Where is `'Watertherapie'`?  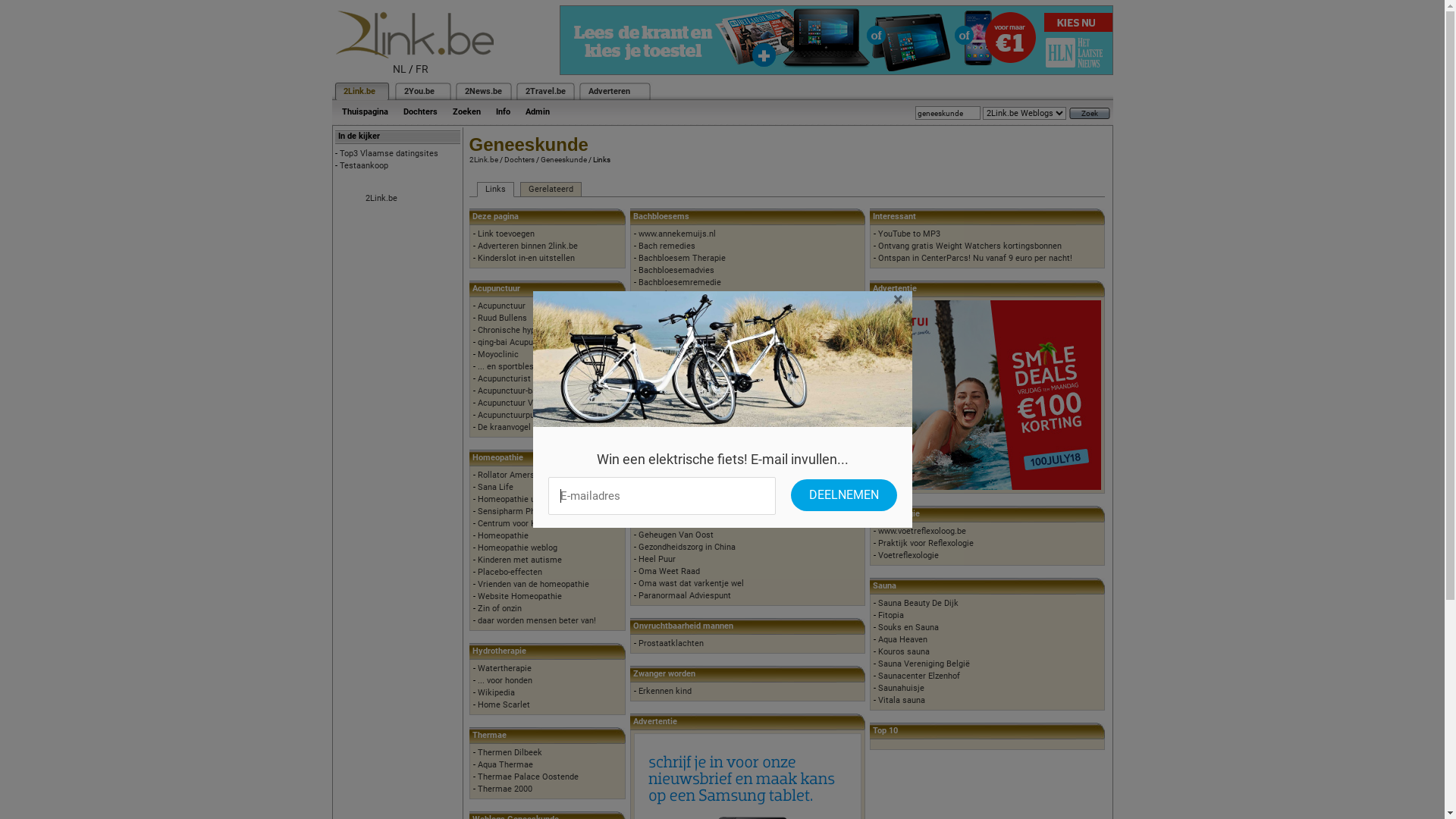
'Watertherapie' is located at coordinates (476, 667).